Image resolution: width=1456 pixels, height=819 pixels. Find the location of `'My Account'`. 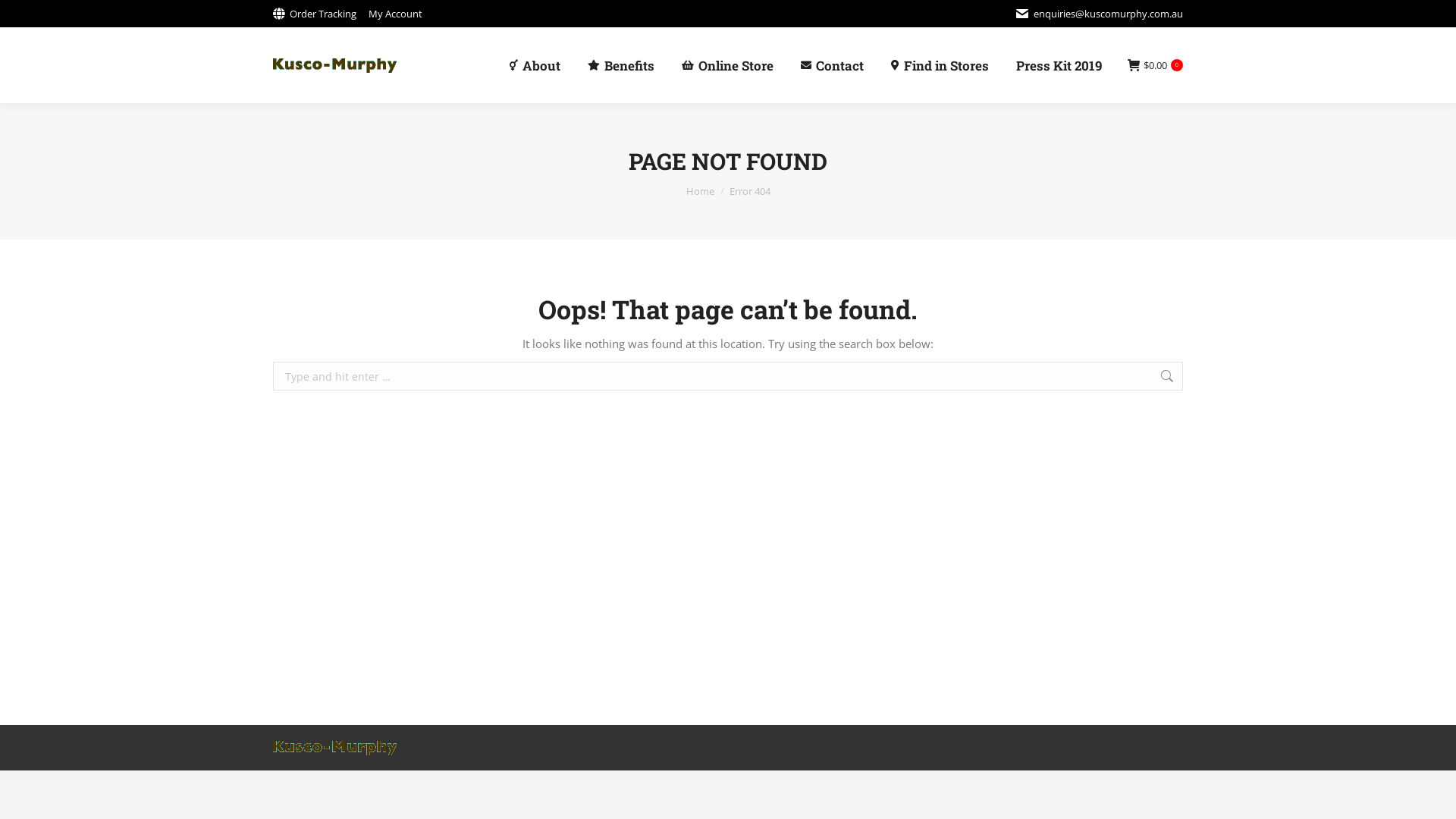

'My Account' is located at coordinates (395, 13).